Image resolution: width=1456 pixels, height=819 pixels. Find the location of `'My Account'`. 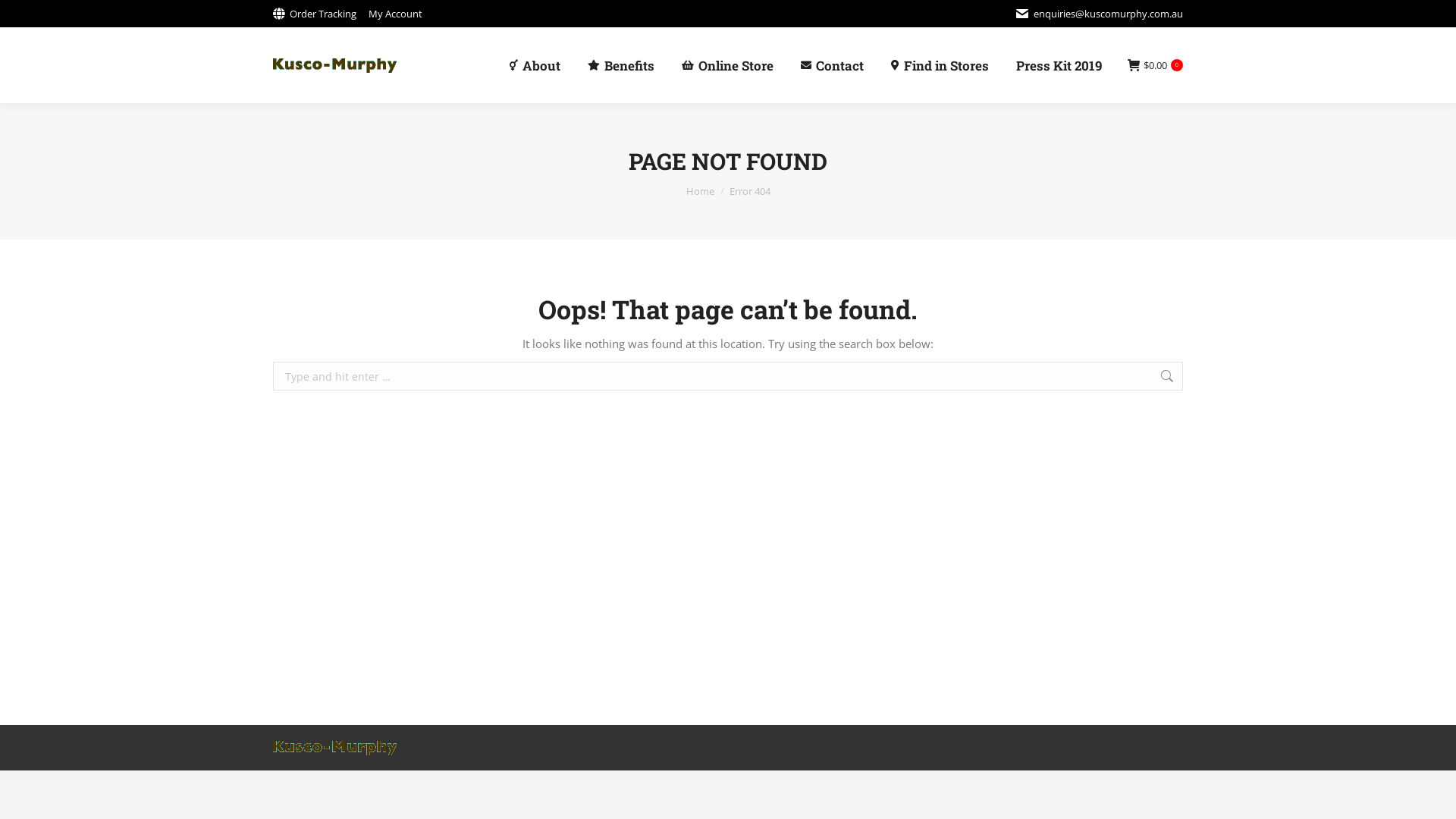

'My Account' is located at coordinates (395, 13).